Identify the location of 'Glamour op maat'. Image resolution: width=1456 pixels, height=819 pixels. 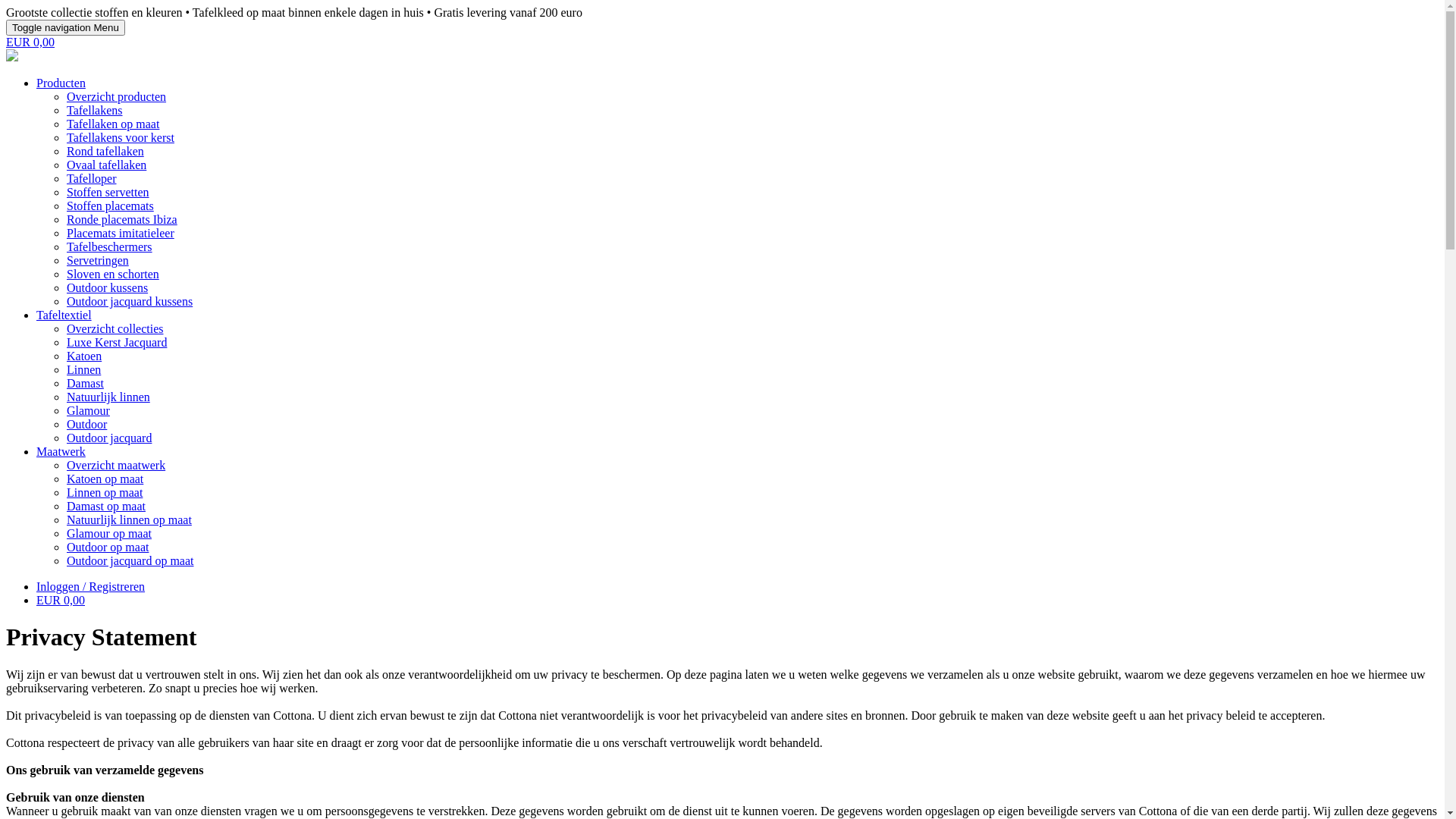
(65, 532).